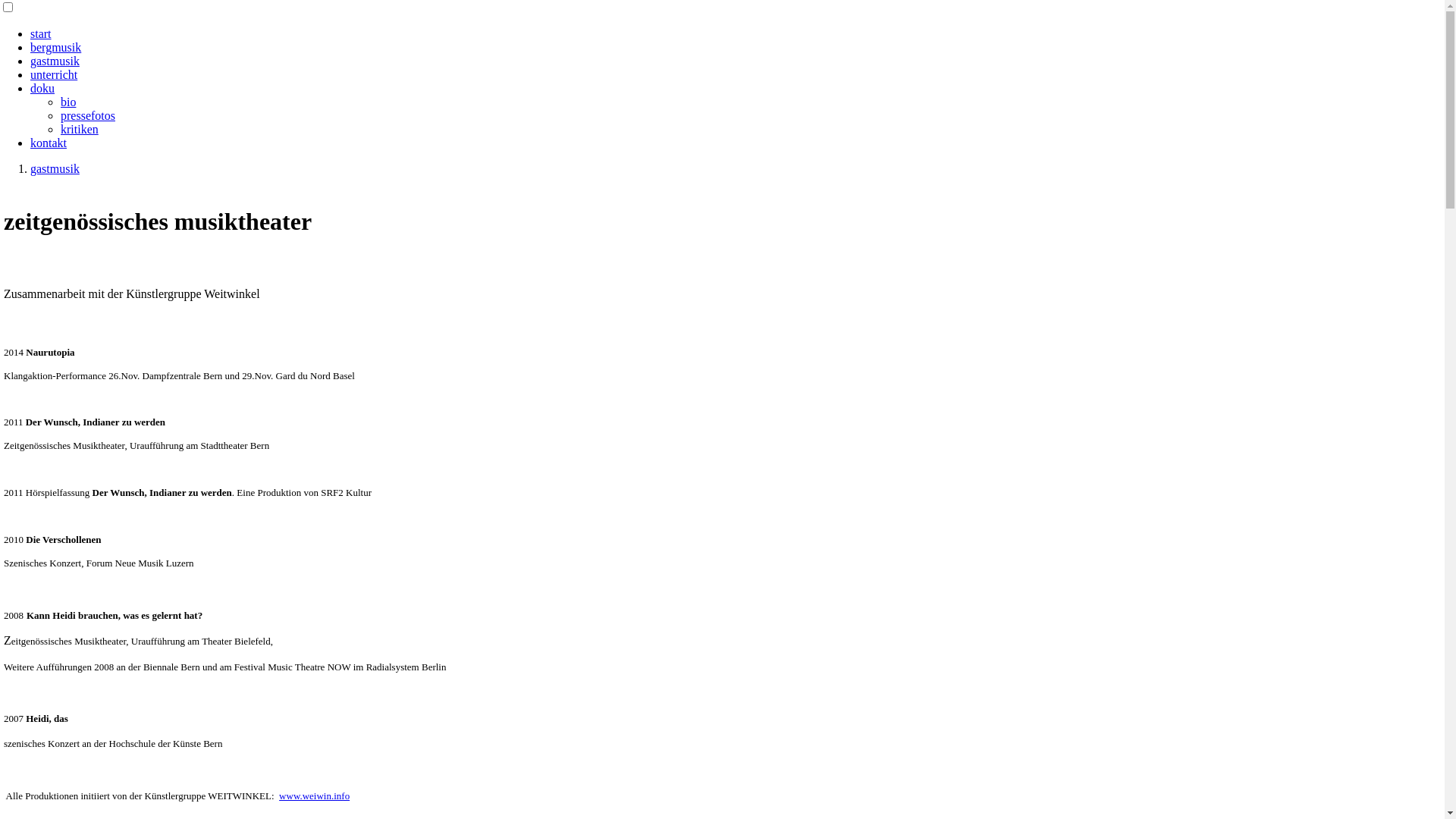 The width and height of the screenshot is (1456, 819). I want to click on 'start', so click(40, 33).